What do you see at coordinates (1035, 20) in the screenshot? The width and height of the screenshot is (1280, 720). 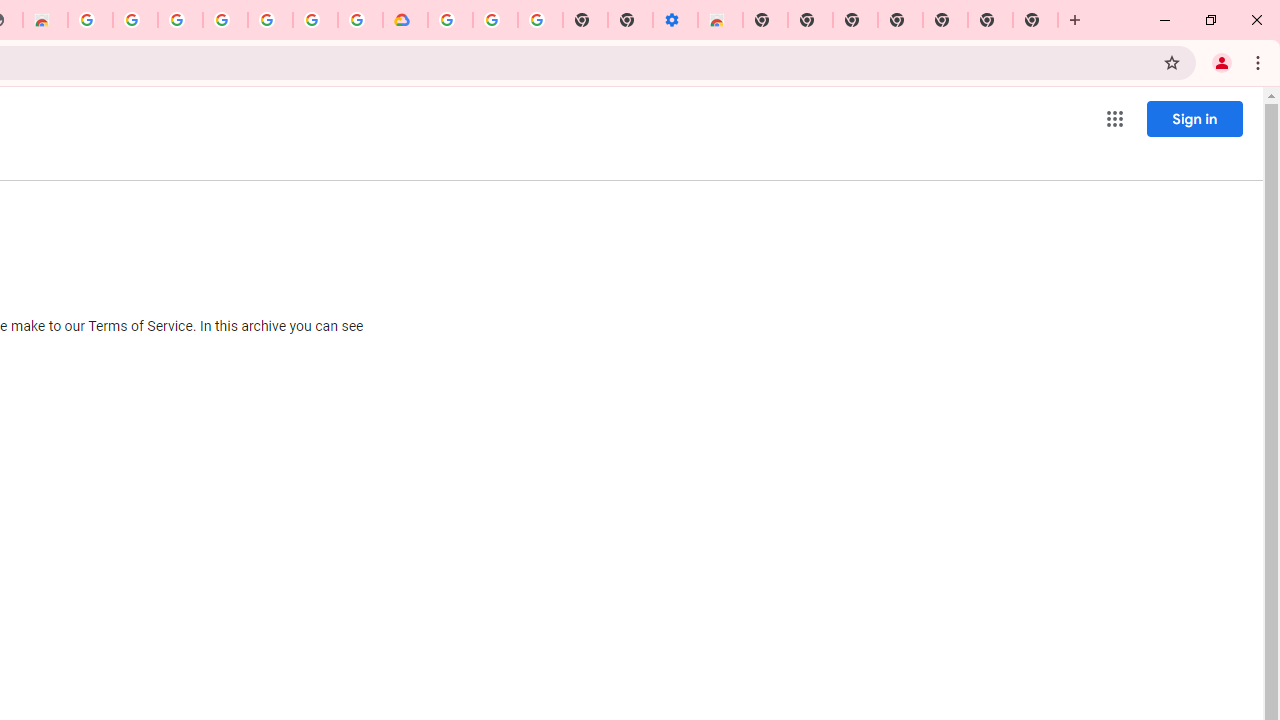 I see `'New Tab'` at bounding box center [1035, 20].